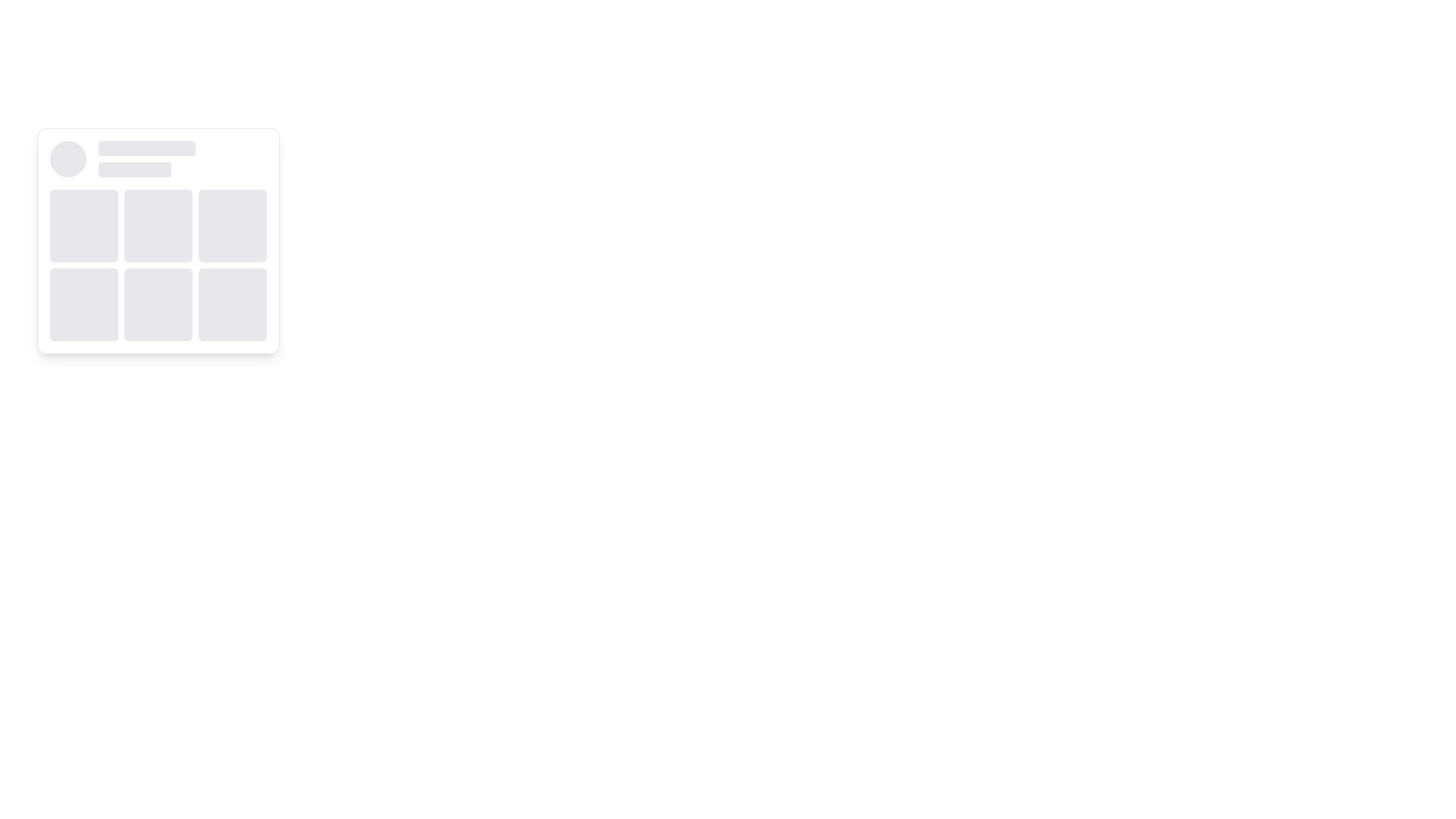 This screenshot has height=819, width=1456. What do you see at coordinates (83, 225) in the screenshot?
I see `the top-left Placeholder box in a 3x2 grid layout with rounded corners and a light gray background` at bounding box center [83, 225].